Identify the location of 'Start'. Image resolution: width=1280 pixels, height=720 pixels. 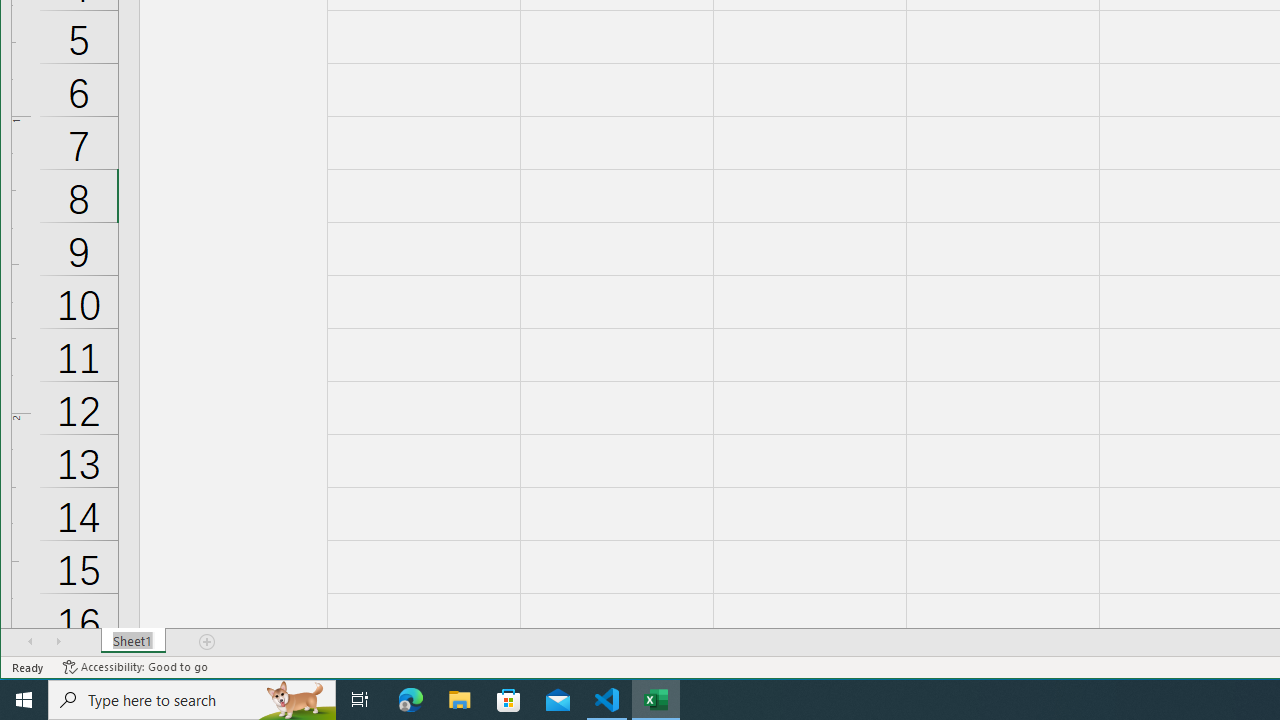
(24, 698).